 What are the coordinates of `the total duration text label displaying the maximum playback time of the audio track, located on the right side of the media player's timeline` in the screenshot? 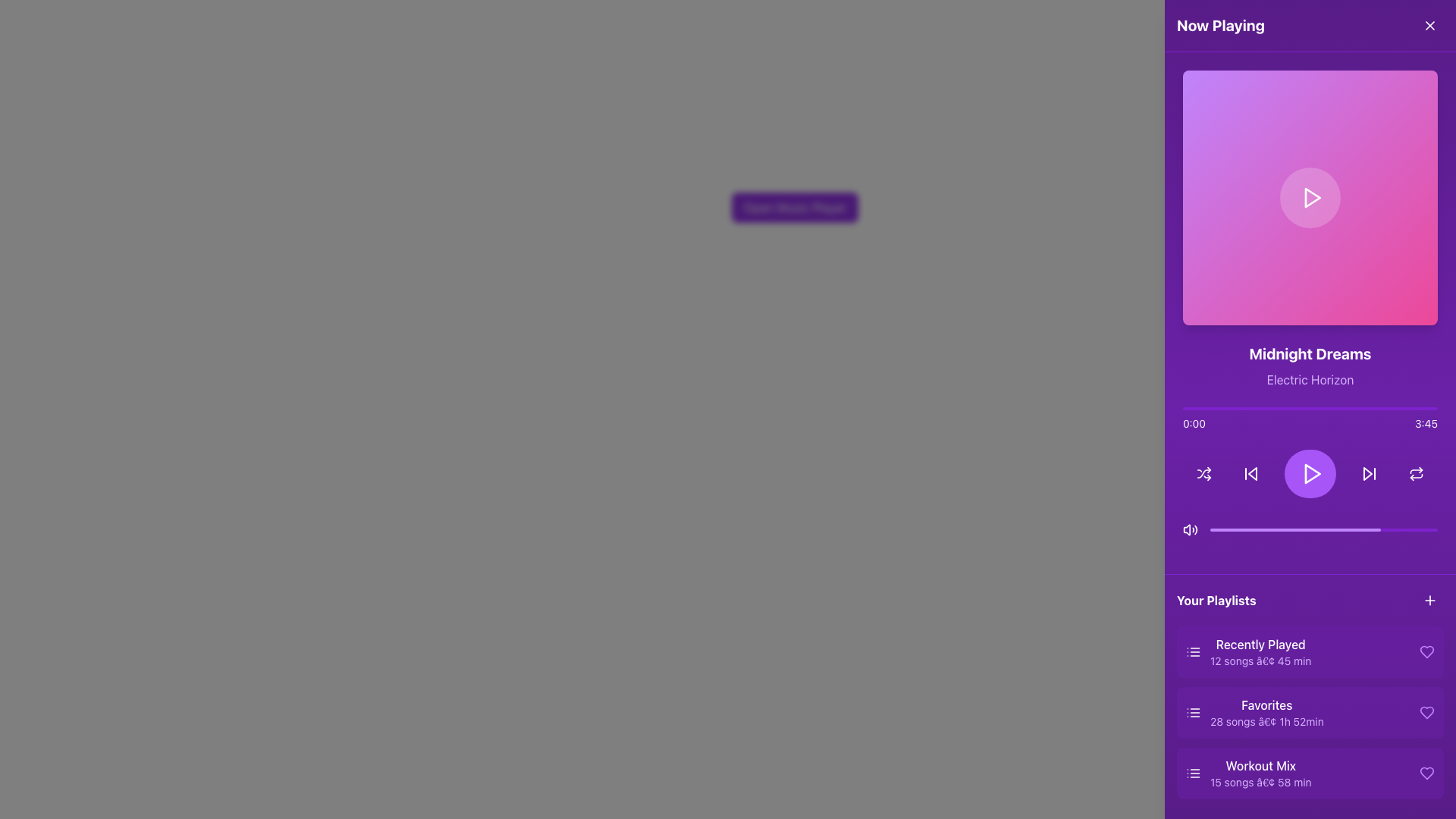 It's located at (1426, 424).